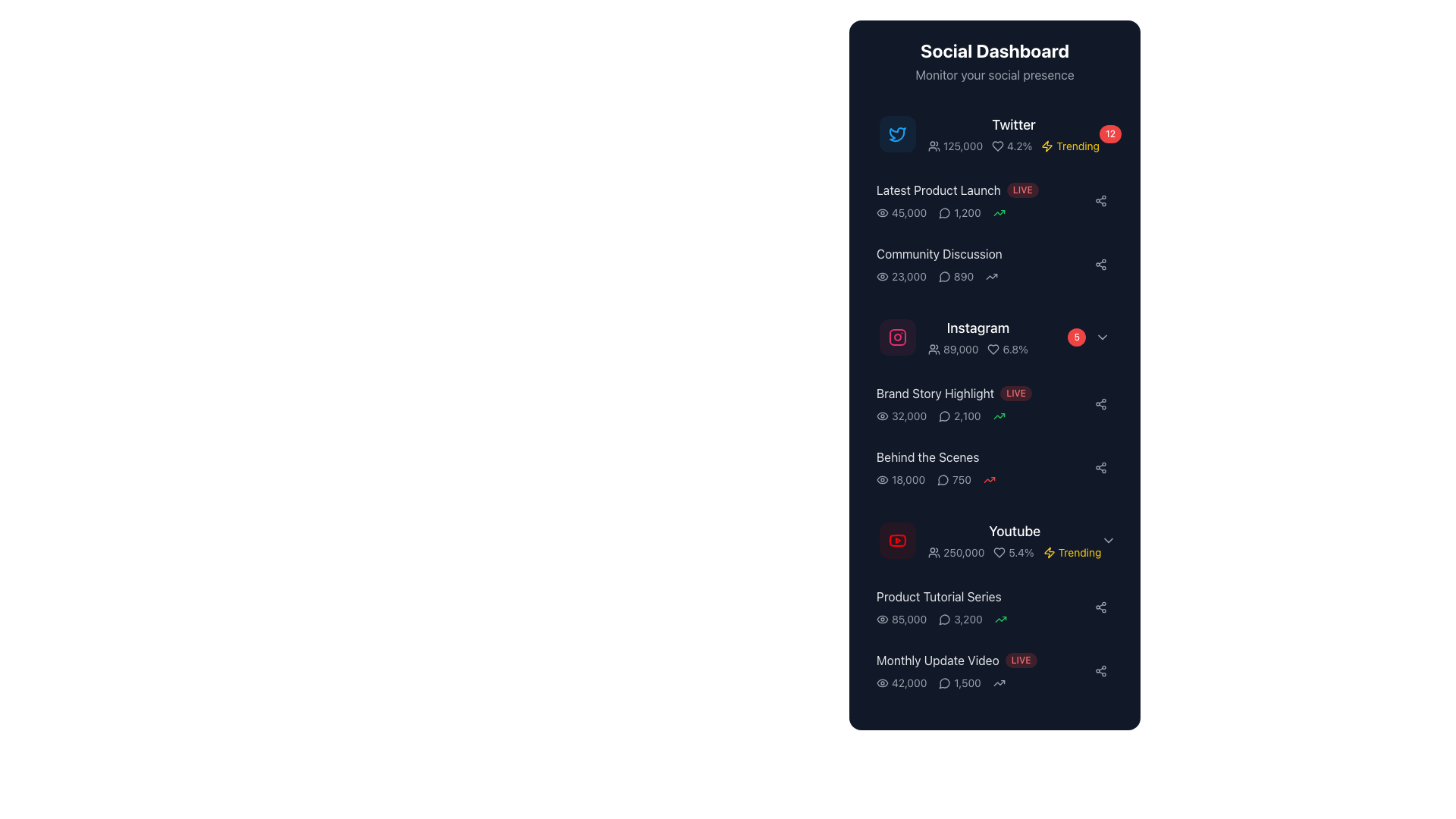  I want to click on the icon in the 'Latest Product Launch' section of the 'Social Dashboard', which is located to the left of the text '1,200', so click(944, 213).